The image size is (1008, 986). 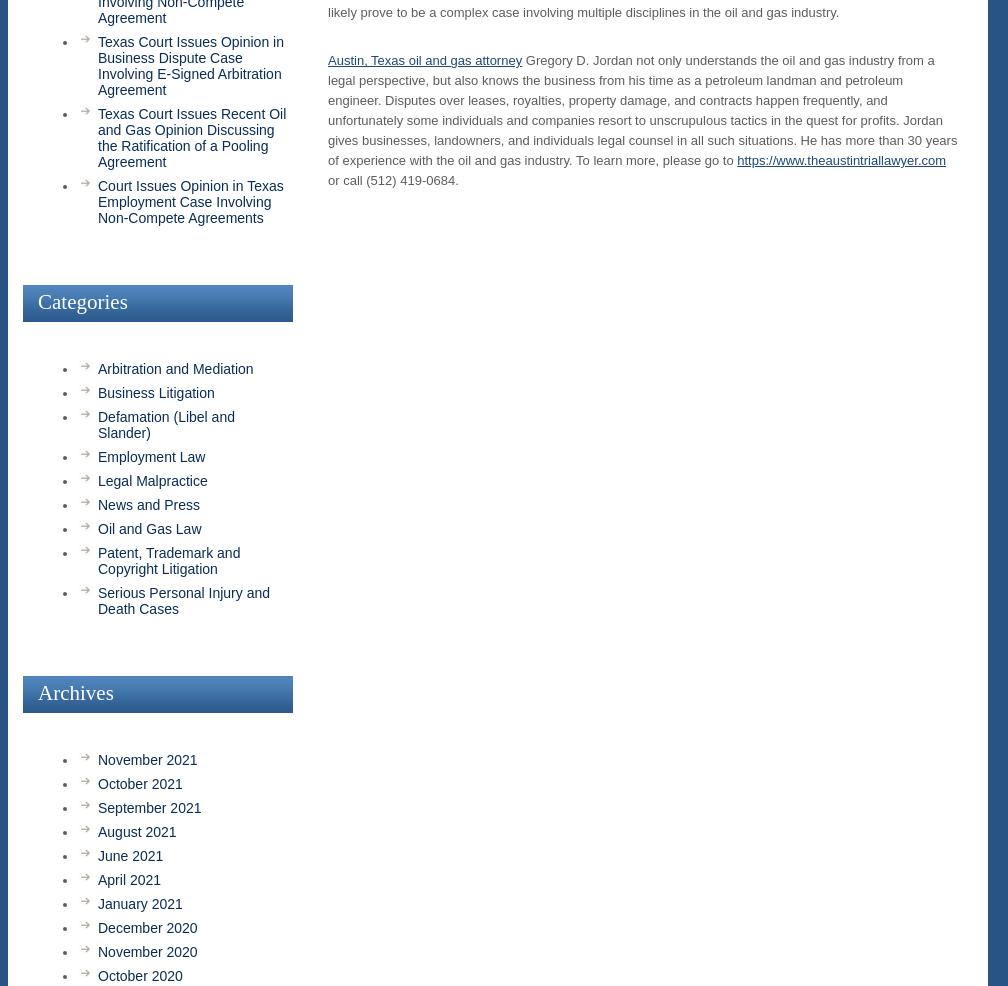 I want to click on 'Serious Personal Injury and Death Cases', so click(x=97, y=600).